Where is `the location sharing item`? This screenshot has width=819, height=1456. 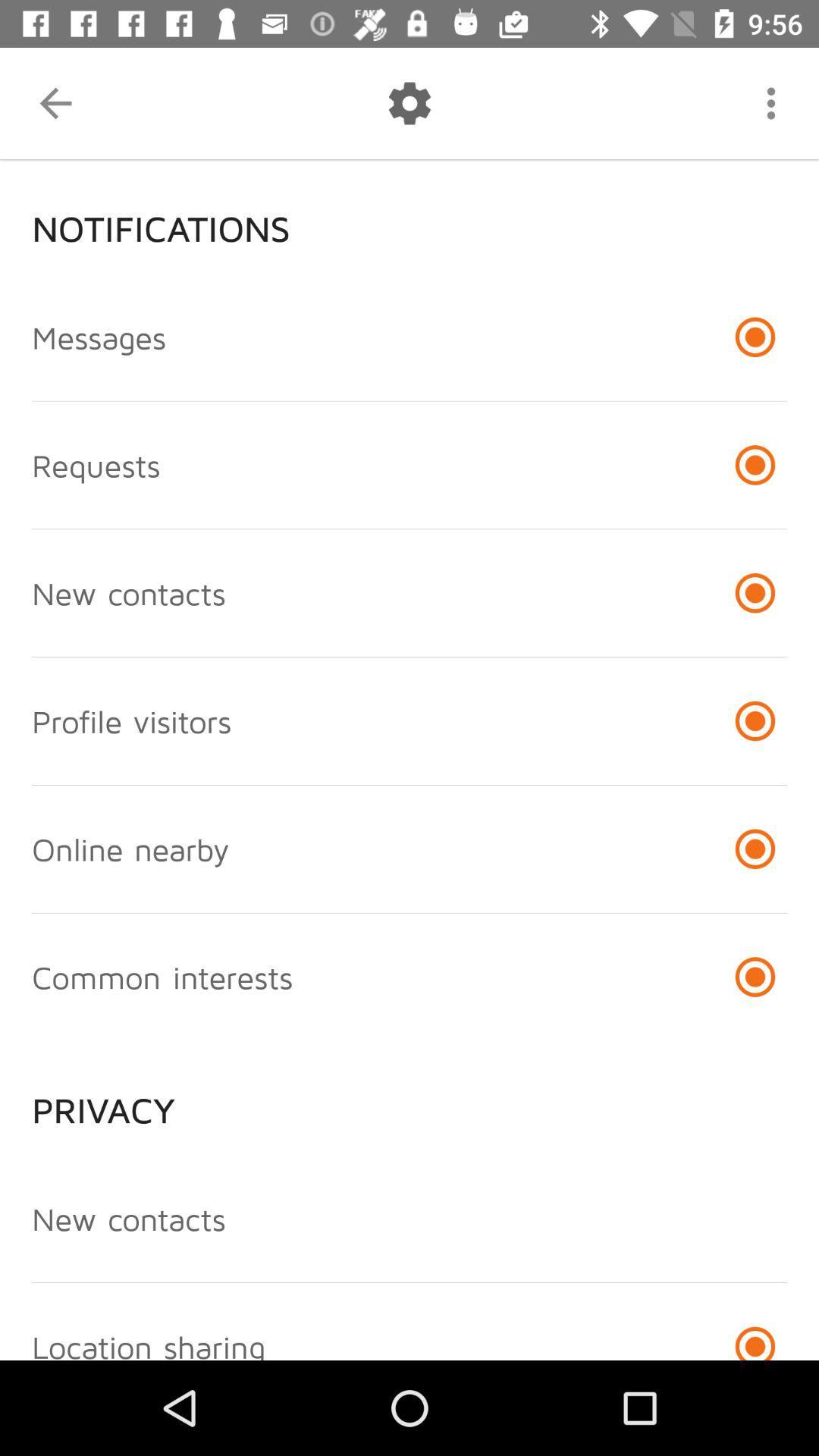 the location sharing item is located at coordinates (149, 1344).